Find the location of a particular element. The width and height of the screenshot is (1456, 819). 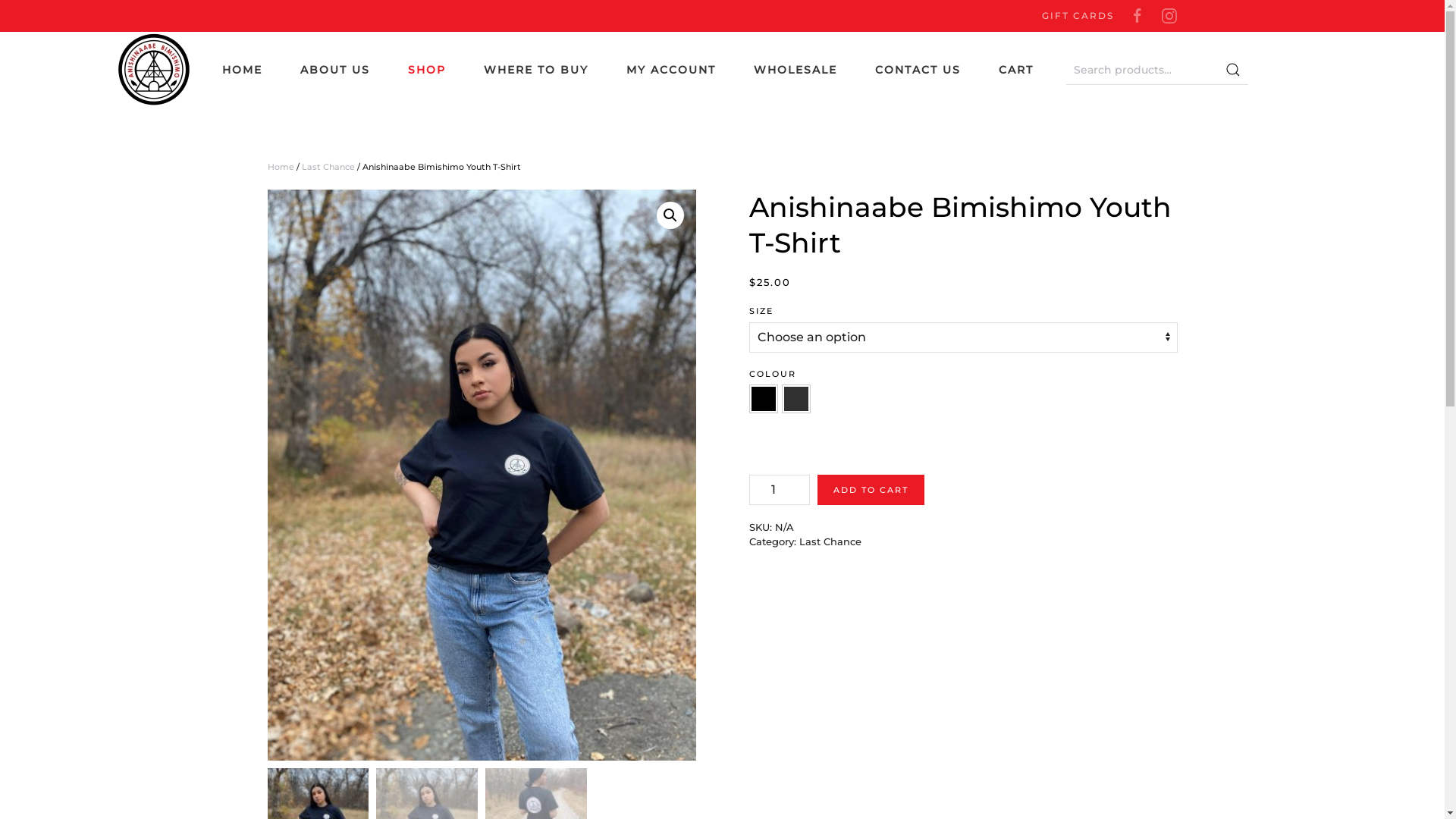

'ABOUT US' is located at coordinates (334, 70).